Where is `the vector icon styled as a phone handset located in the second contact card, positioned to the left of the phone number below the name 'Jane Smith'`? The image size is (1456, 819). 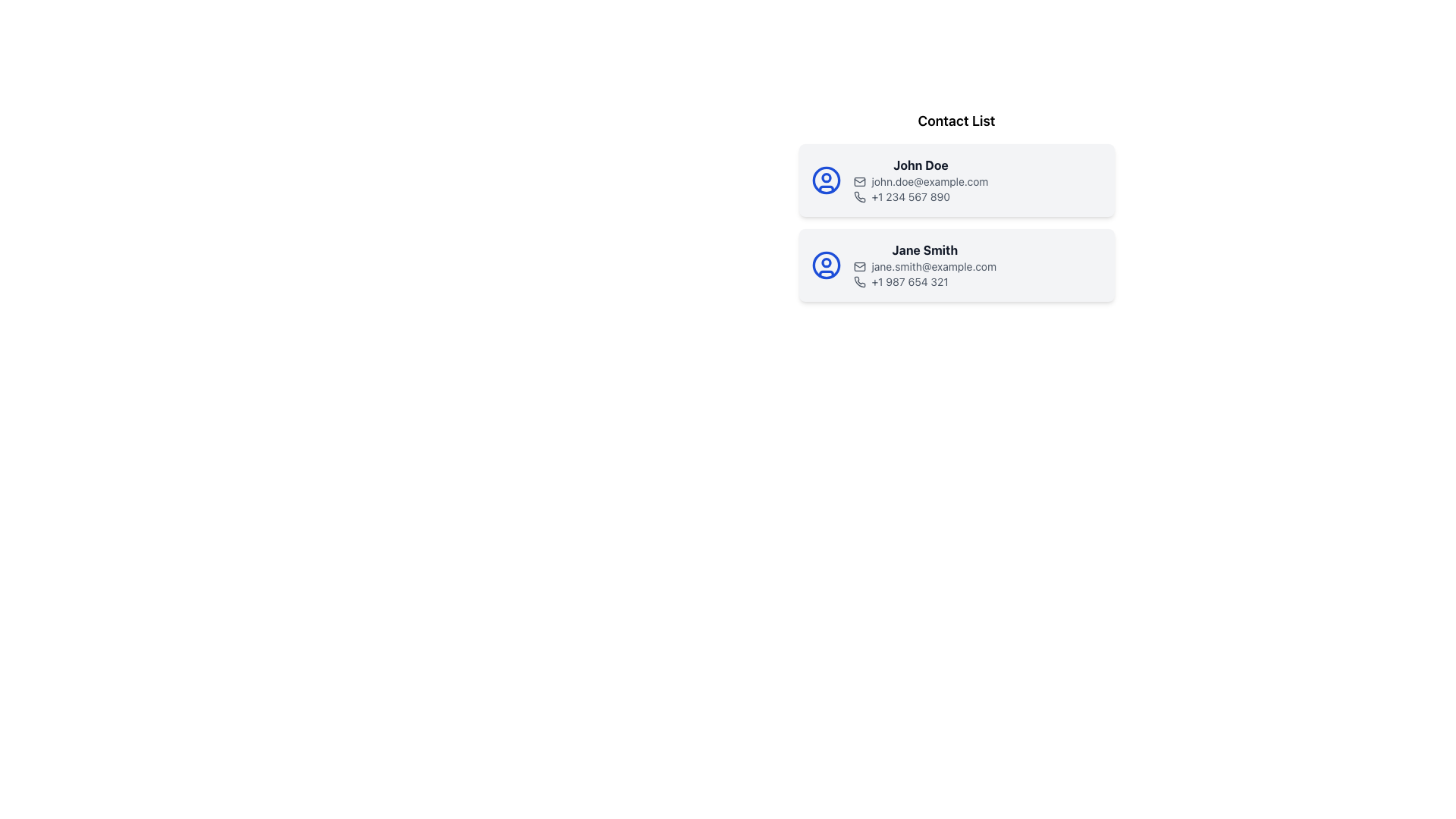
the vector icon styled as a phone handset located in the second contact card, positioned to the left of the phone number below the name 'Jane Smith' is located at coordinates (859, 281).